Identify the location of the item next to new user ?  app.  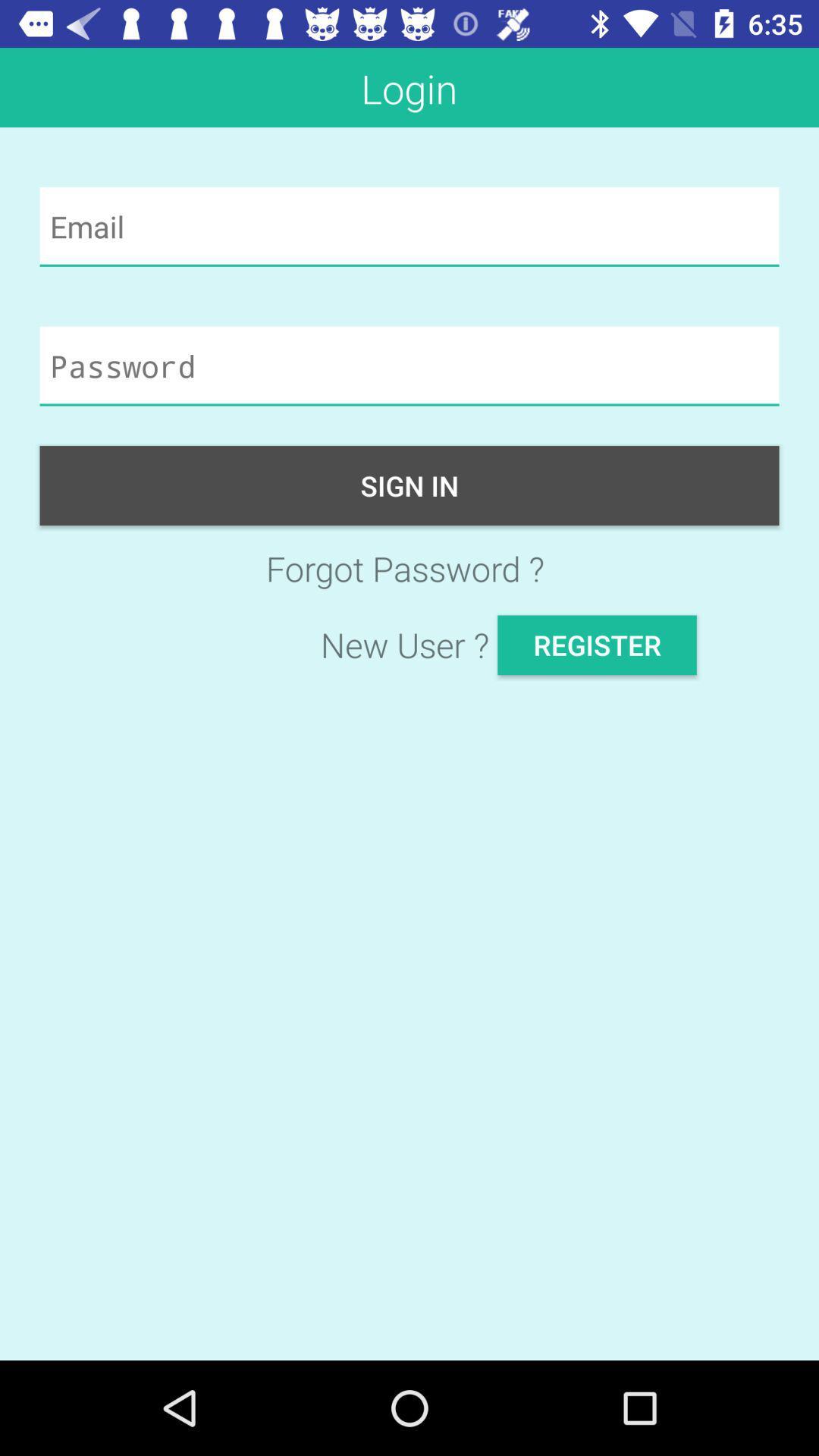
(596, 645).